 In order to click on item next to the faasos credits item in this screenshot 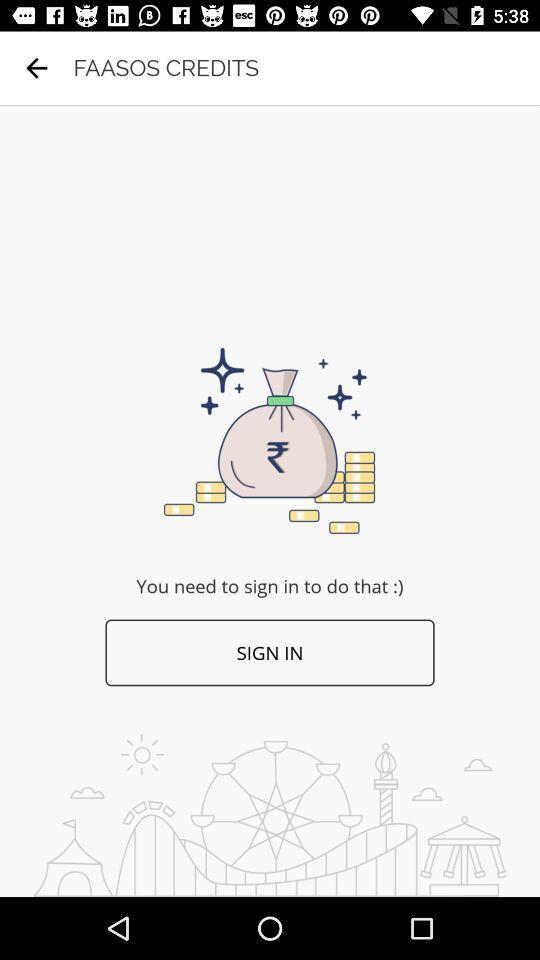, I will do `click(36, 68)`.